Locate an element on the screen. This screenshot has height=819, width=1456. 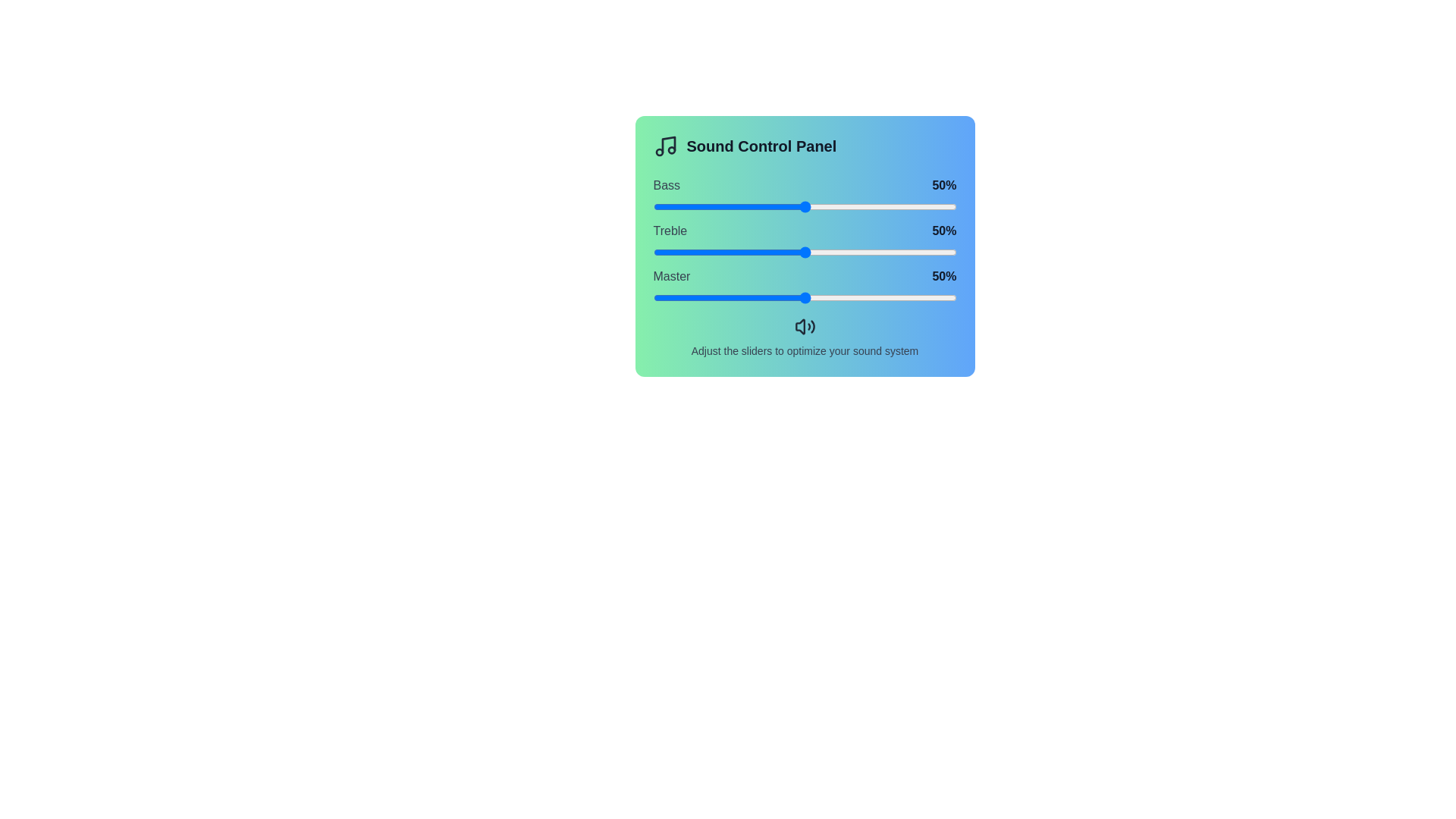
the musical note icon in the header of the Sound Control Panel is located at coordinates (665, 146).